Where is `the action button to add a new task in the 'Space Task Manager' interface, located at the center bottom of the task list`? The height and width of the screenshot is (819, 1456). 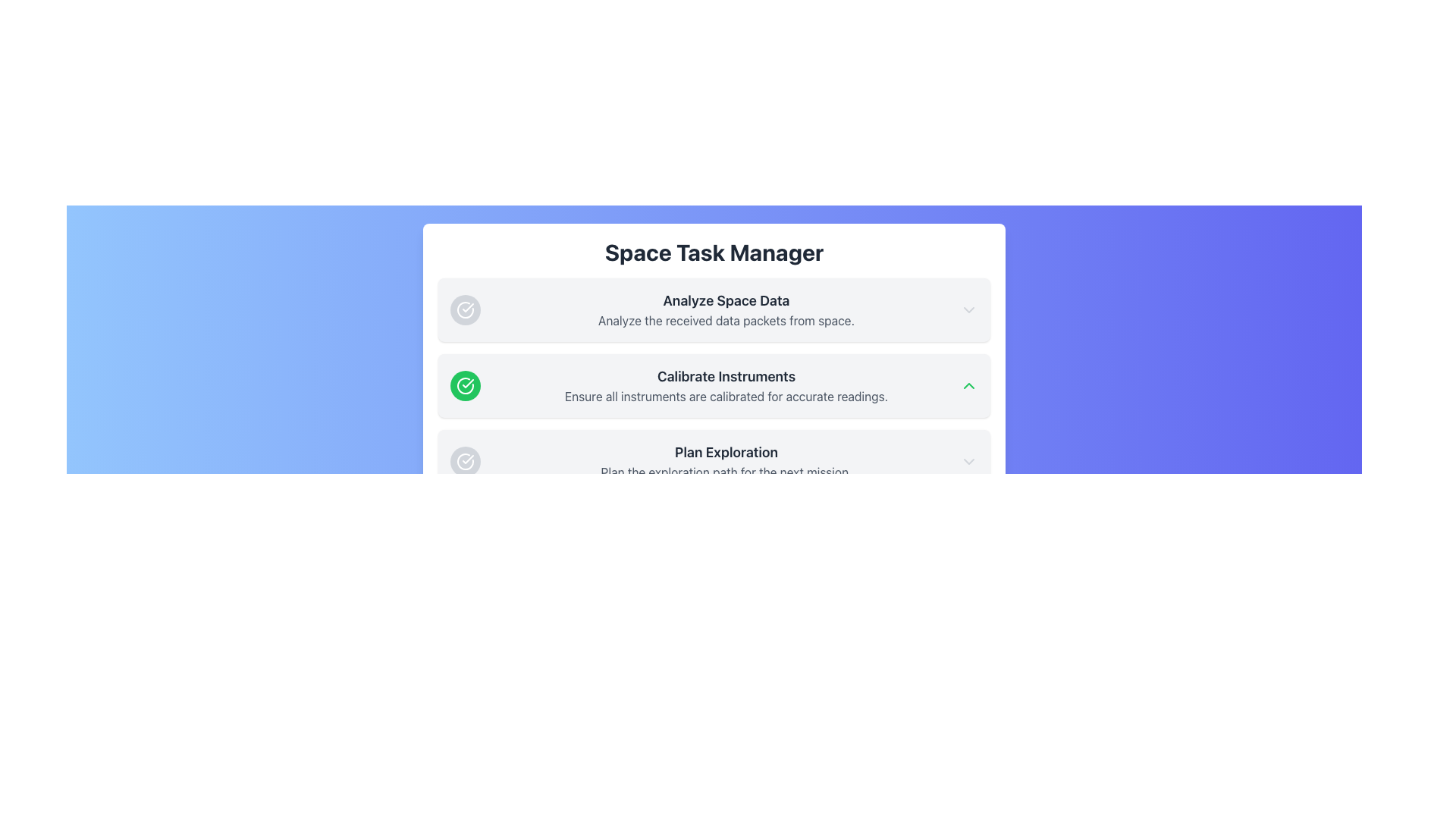 the action button to add a new task in the 'Space Task Manager' interface, located at the center bottom of the task list is located at coordinates (713, 526).